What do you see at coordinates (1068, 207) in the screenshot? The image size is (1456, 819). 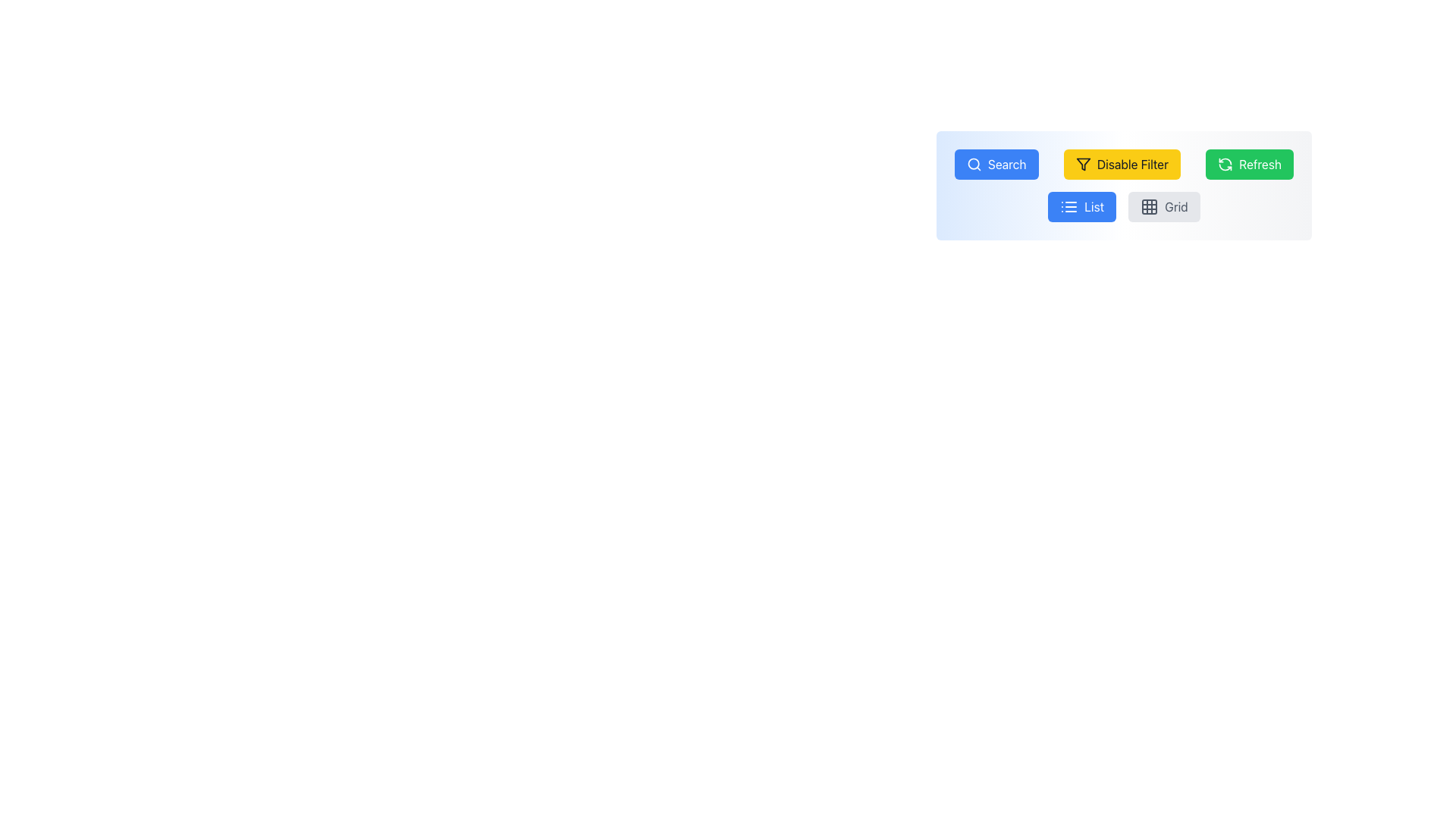 I see `the icon consisting of three horizontal lines within the button labeled 'List'` at bounding box center [1068, 207].